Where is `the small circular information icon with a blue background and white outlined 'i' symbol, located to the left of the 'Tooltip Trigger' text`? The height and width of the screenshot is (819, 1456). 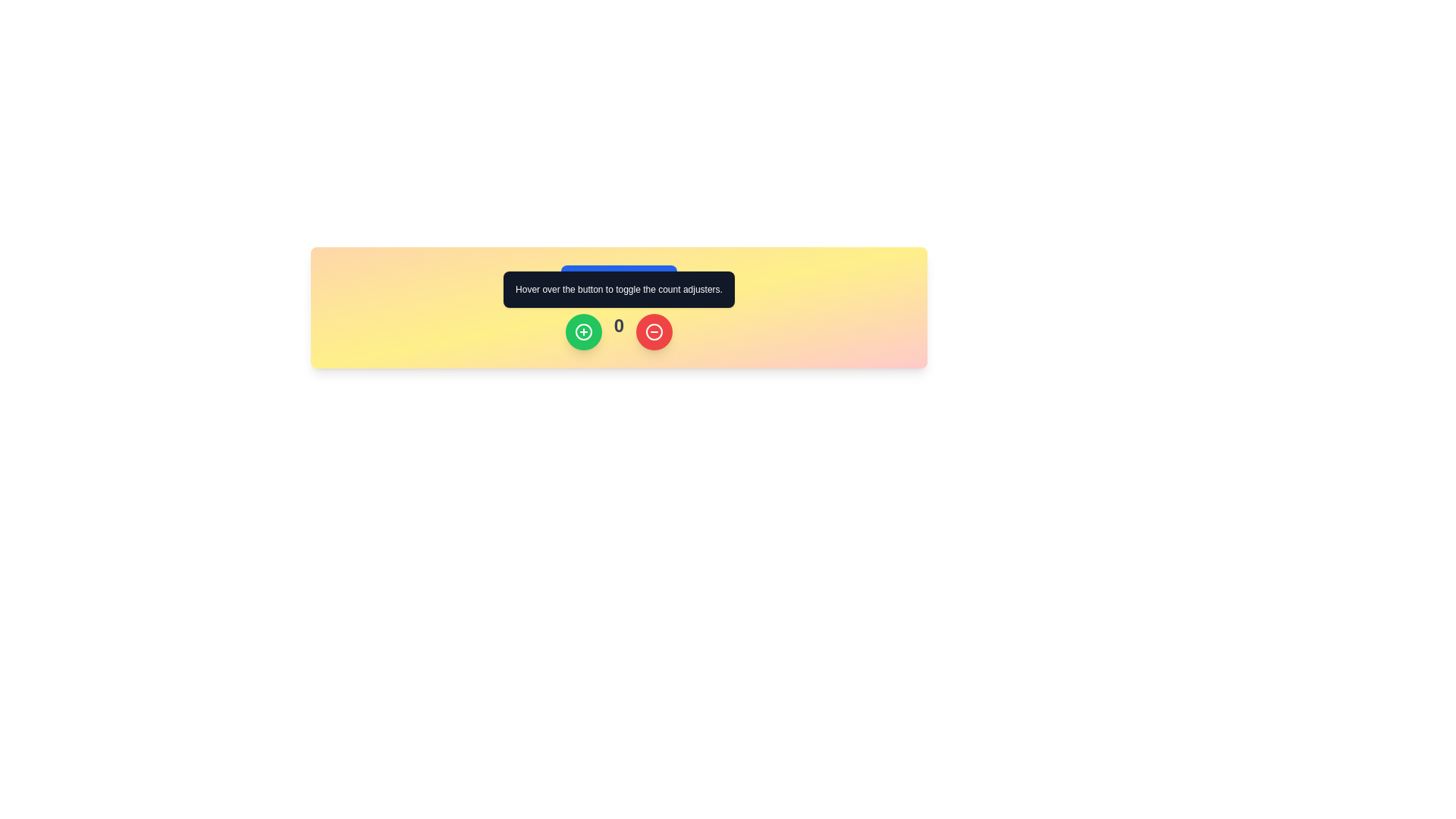 the small circular information icon with a blue background and white outlined 'i' symbol, located to the left of the 'Tooltip Trigger' text is located at coordinates (580, 281).